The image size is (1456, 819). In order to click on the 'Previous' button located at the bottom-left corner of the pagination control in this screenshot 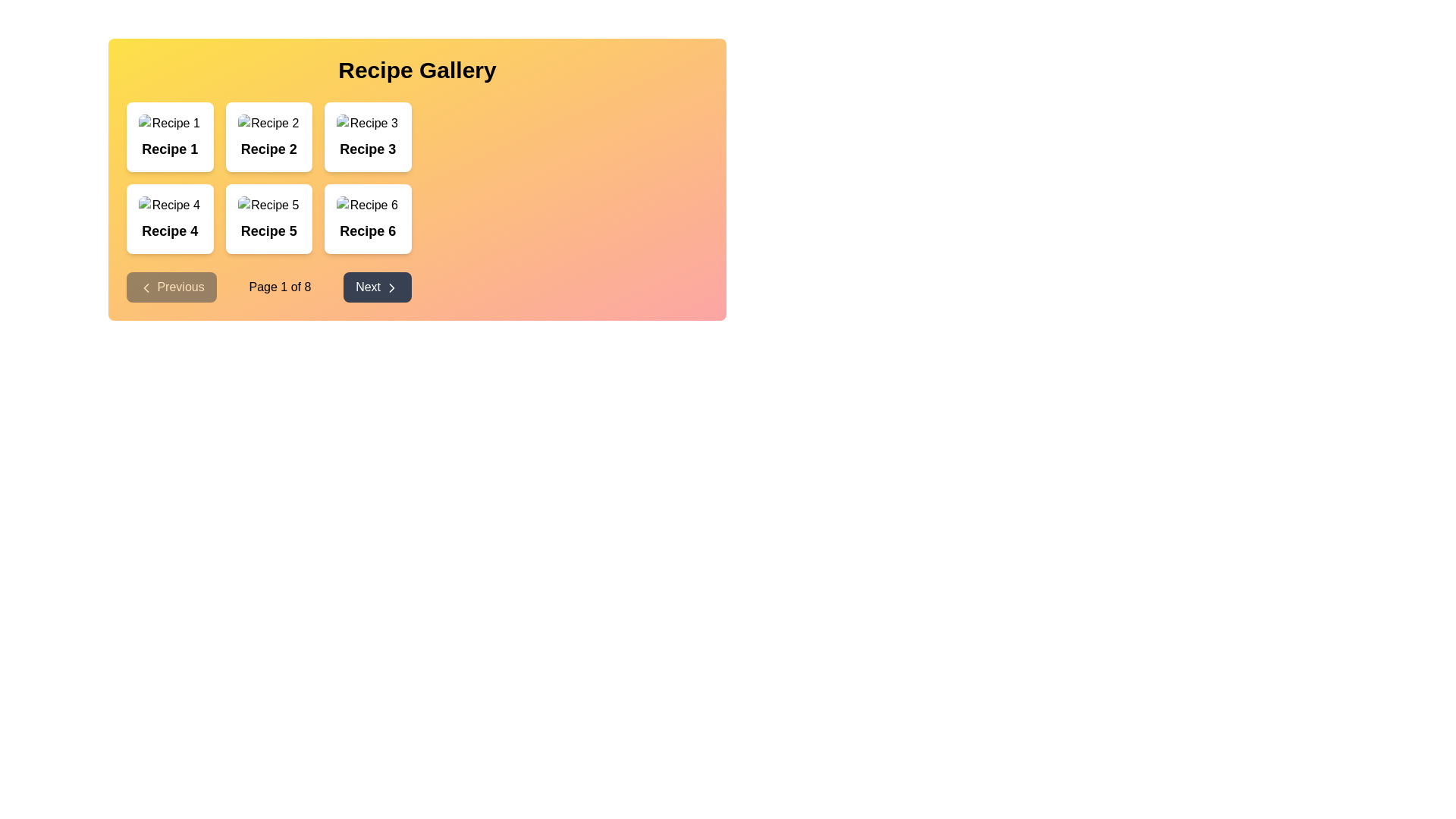, I will do `click(171, 287)`.